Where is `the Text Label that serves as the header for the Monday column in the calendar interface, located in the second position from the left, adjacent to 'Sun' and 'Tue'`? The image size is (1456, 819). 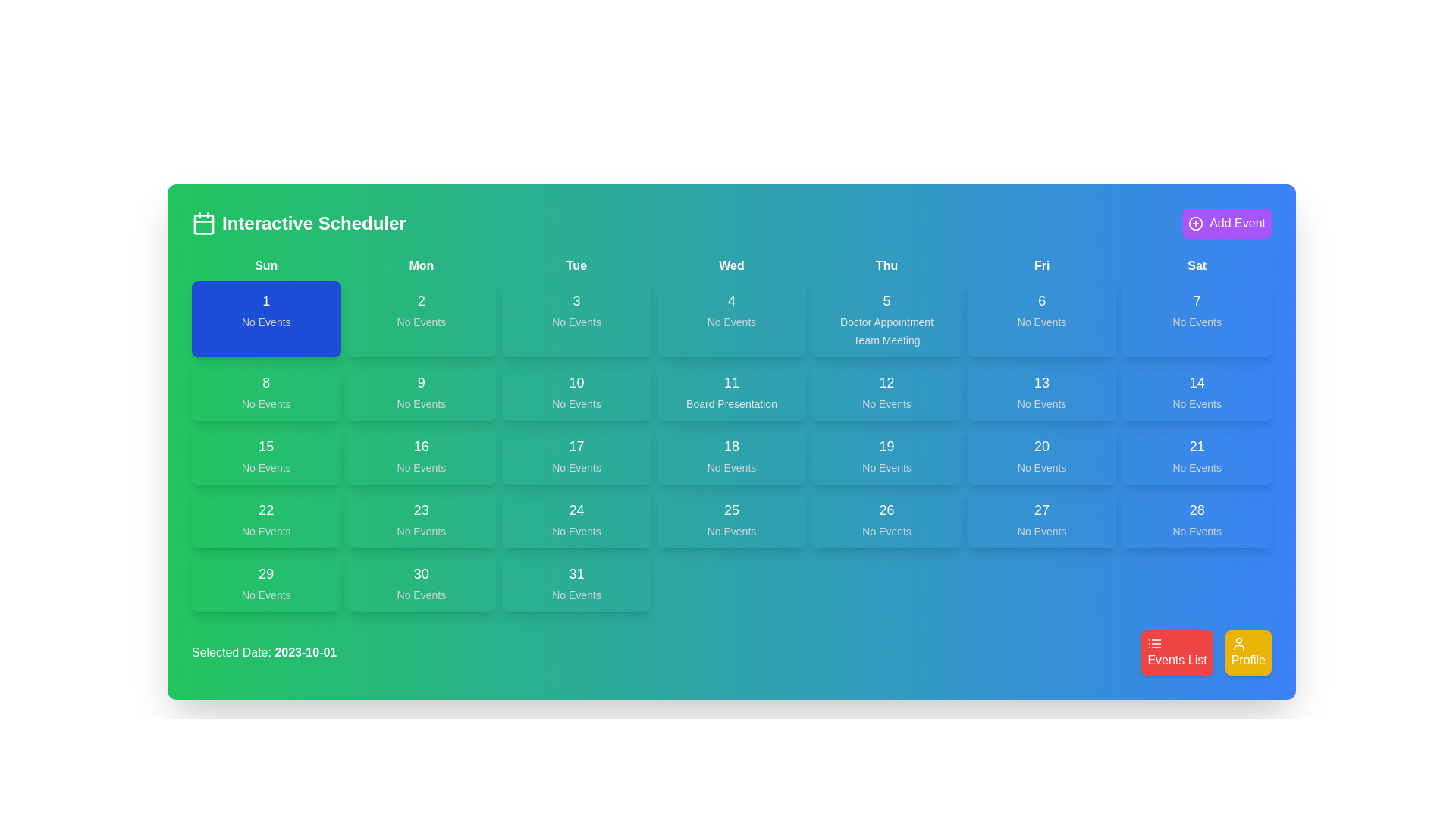
the Text Label that serves as the header for the Monday column in the calendar interface, located in the second position from the left, adjacent to 'Sun' and 'Tue' is located at coordinates (421, 265).